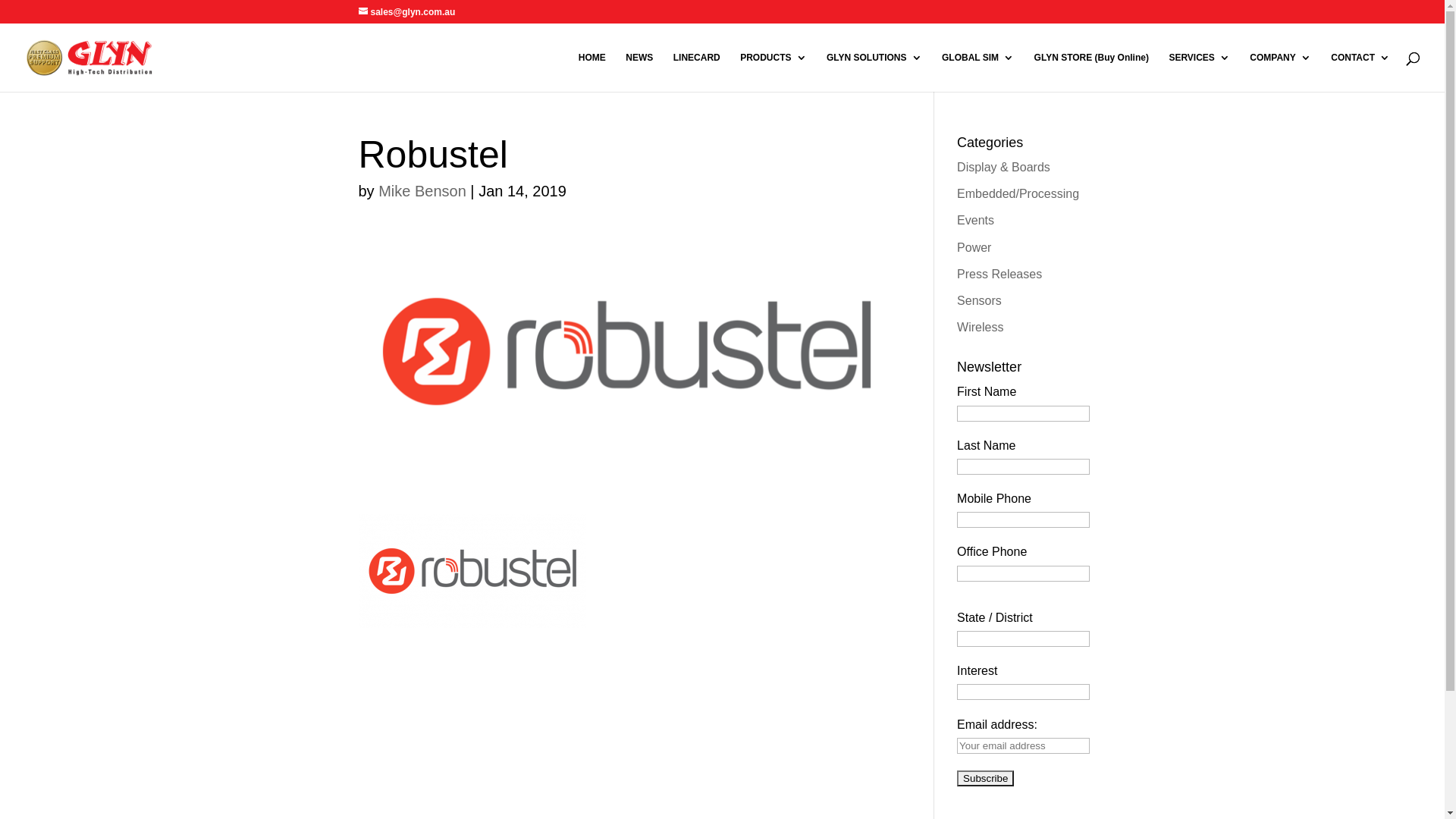 This screenshot has height=819, width=1456. What do you see at coordinates (825, 72) in the screenshot?
I see `'GLYN SOLUTIONS'` at bounding box center [825, 72].